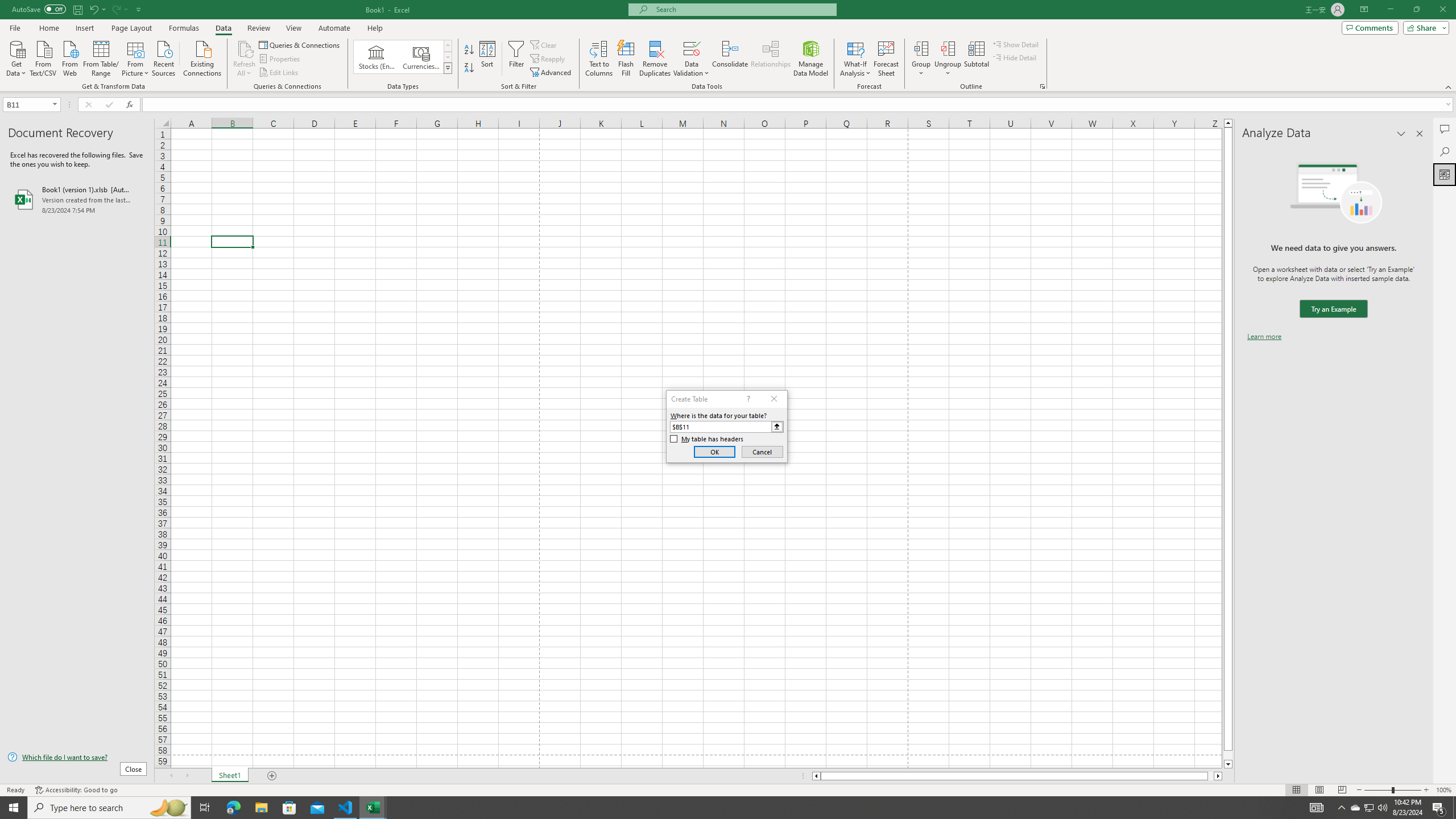 The width and height of the screenshot is (1456, 819). What do you see at coordinates (921, 59) in the screenshot?
I see `'Group...'` at bounding box center [921, 59].